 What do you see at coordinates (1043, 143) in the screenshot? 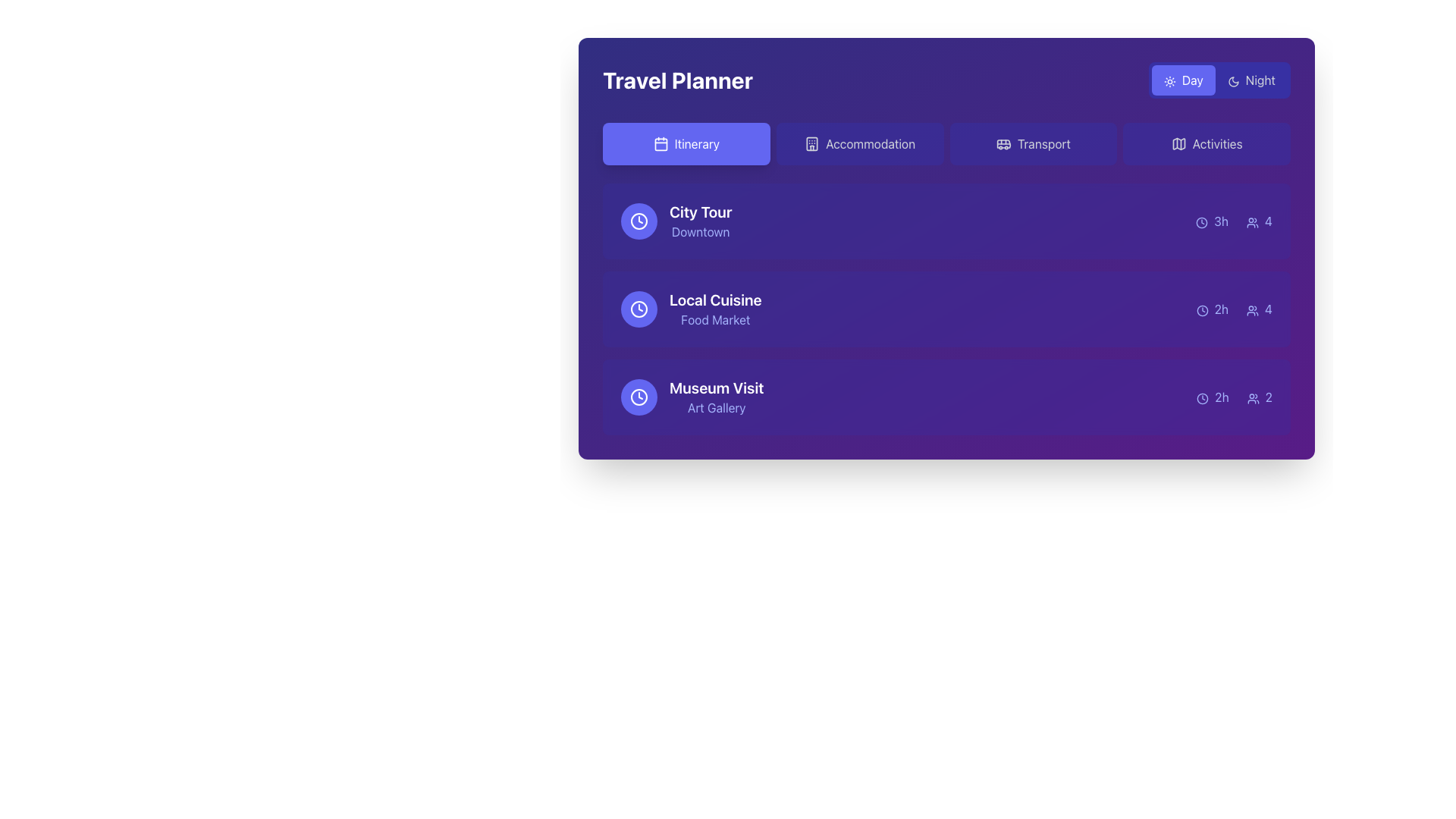
I see `the text label 'Transport' located inside the dark indigo button in the navigation bar to observe any hover effects` at bounding box center [1043, 143].